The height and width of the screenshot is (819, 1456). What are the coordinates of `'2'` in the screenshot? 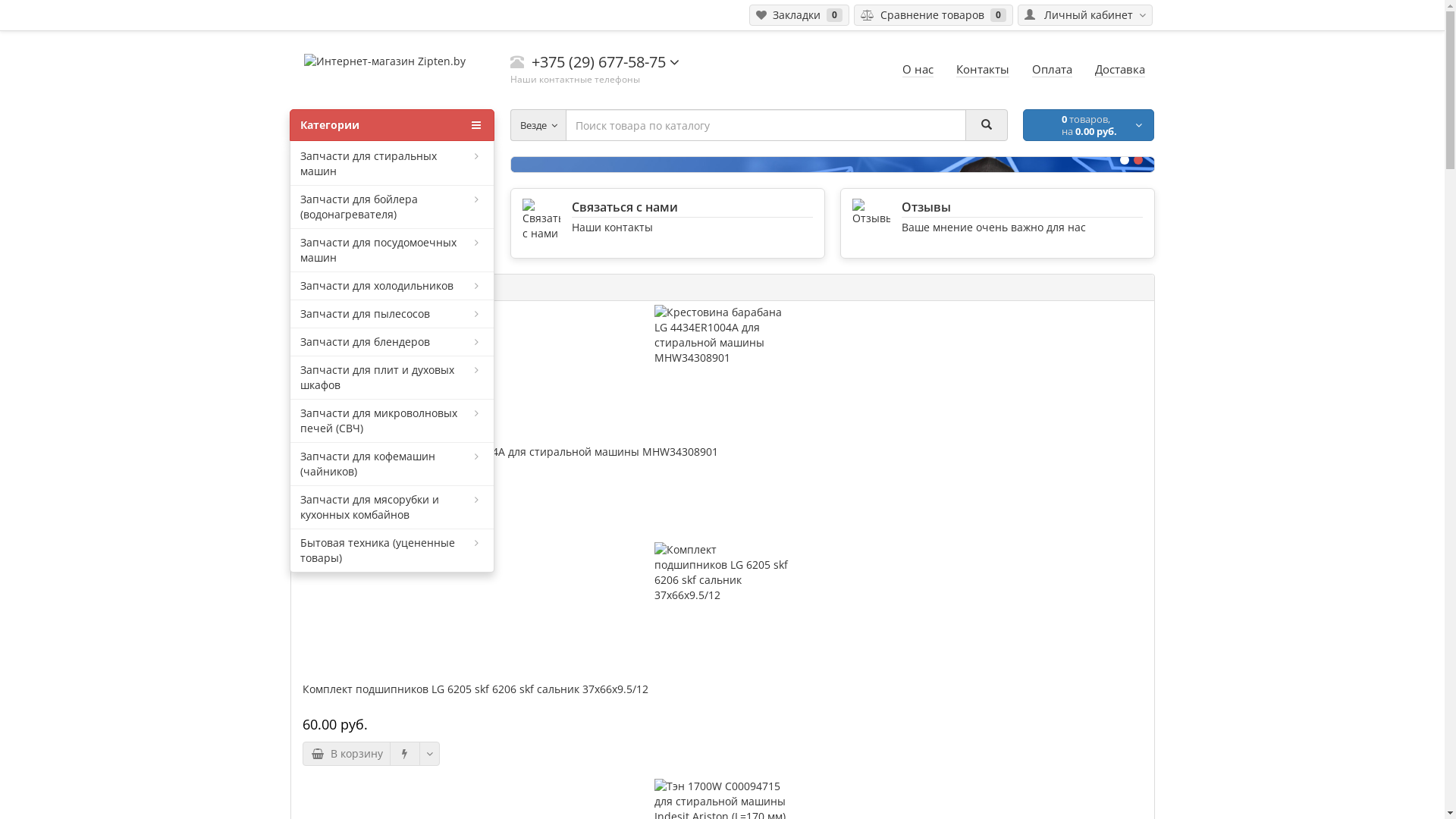 It's located at (1137, 160).